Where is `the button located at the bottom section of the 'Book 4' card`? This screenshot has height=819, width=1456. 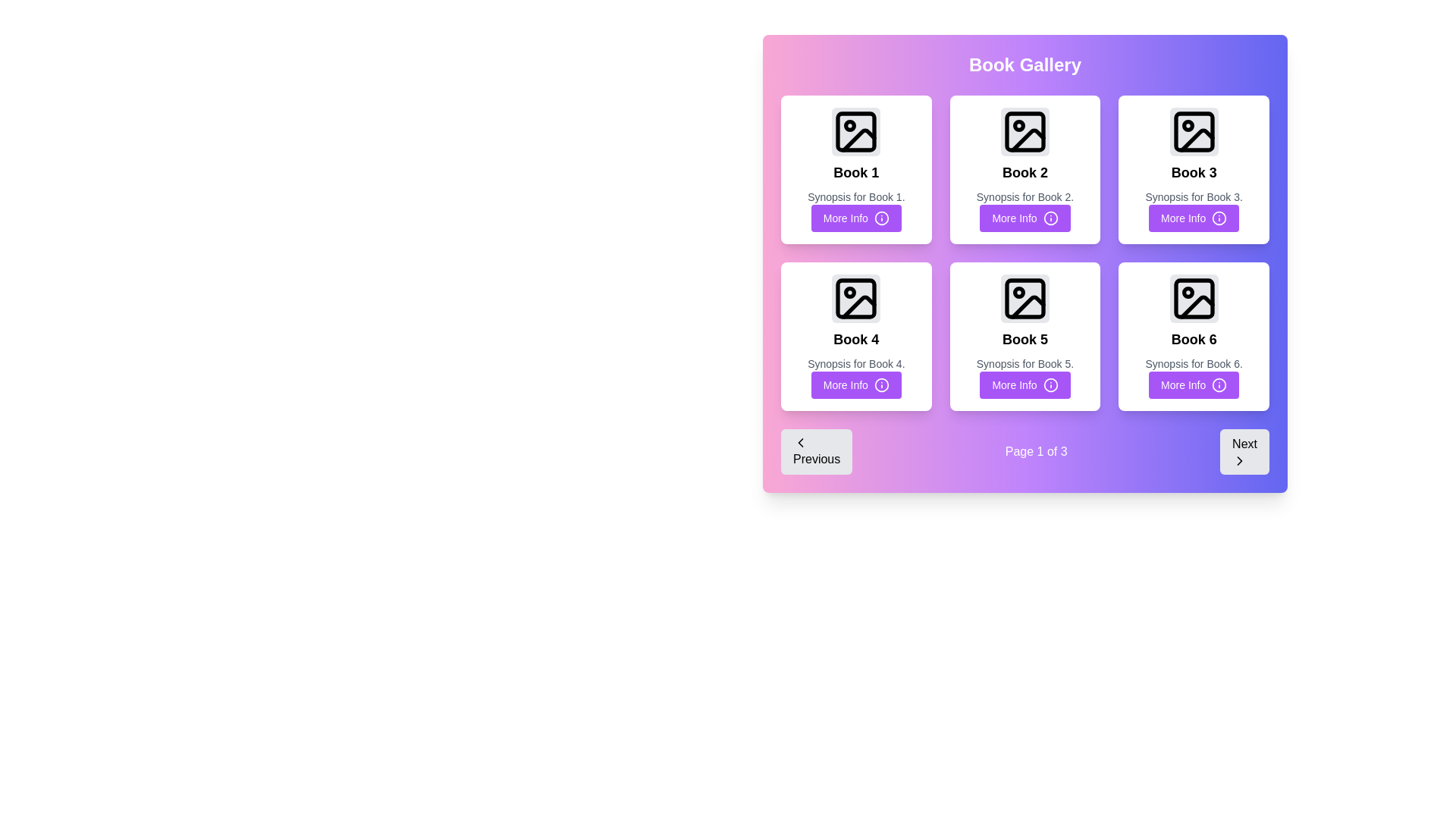
the button located at the bottom section of the 'Book 4' card is located at coordinates (856, 384).